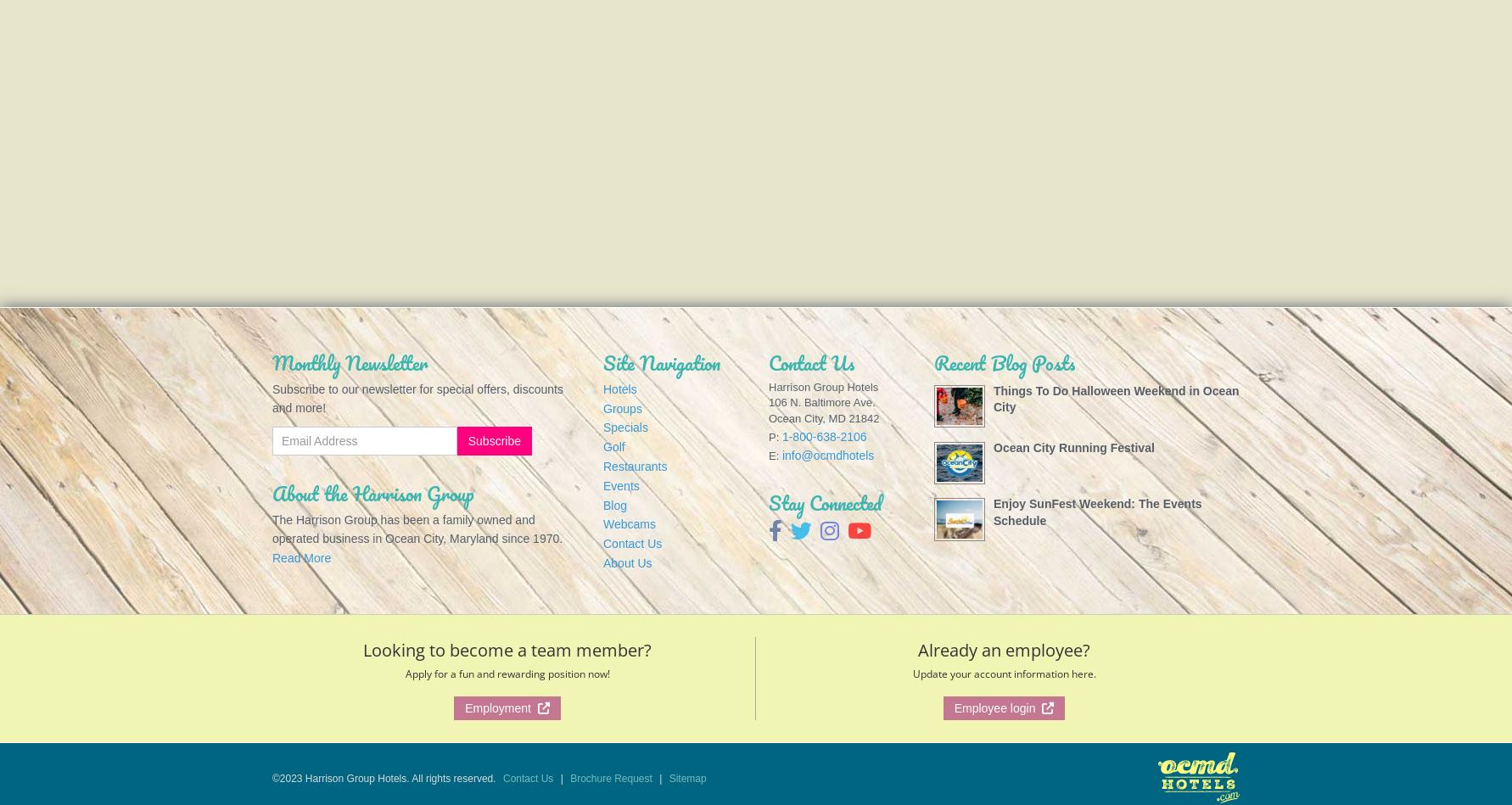 Image resolution: width=1512 pixels, height=805 pixels. I want to click on 'Employee login', so click(954, 707).